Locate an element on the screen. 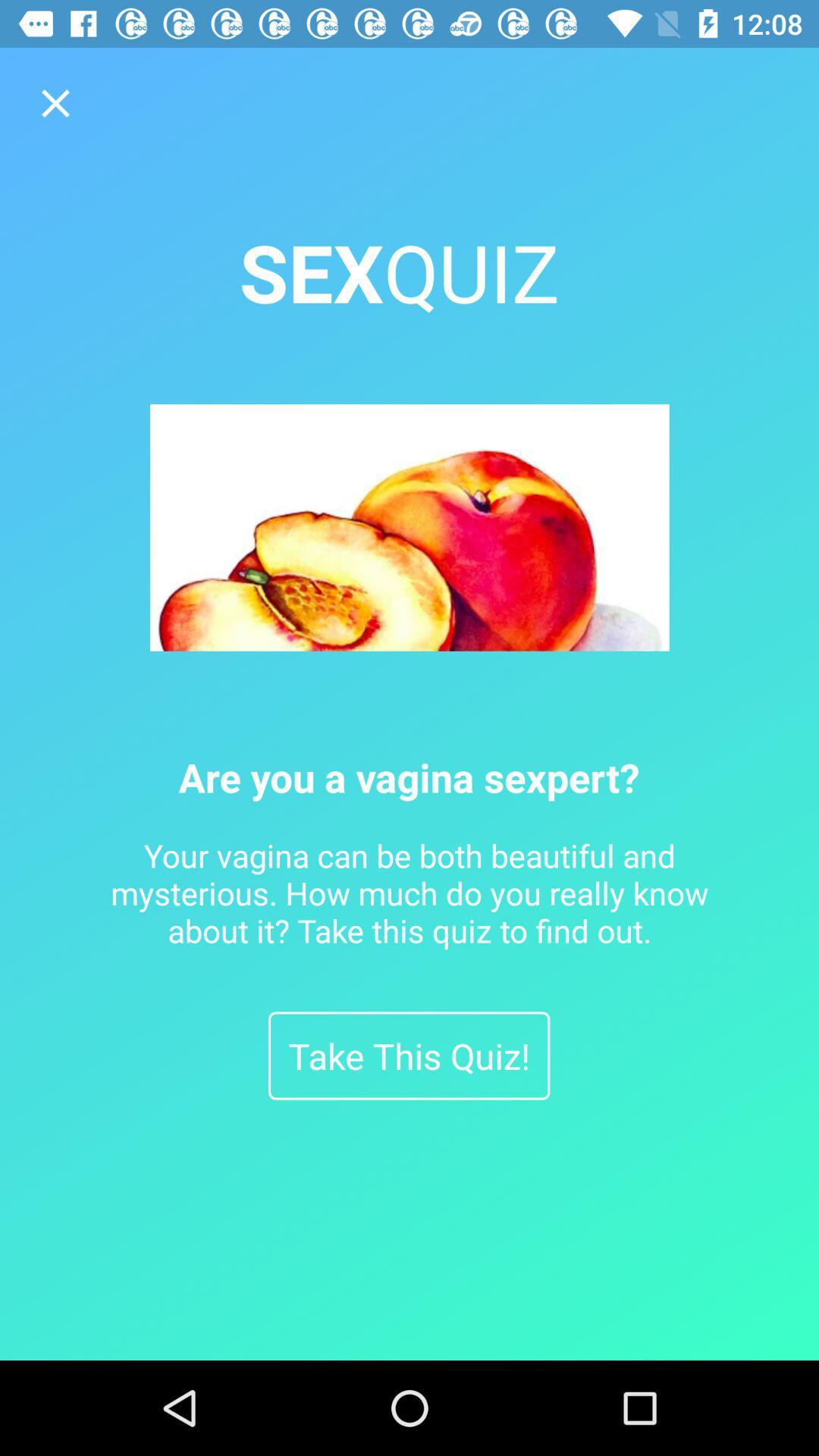 This screenshot has height=1456, width=819. the icon at the top left corner is located at coordinates (55, 102).